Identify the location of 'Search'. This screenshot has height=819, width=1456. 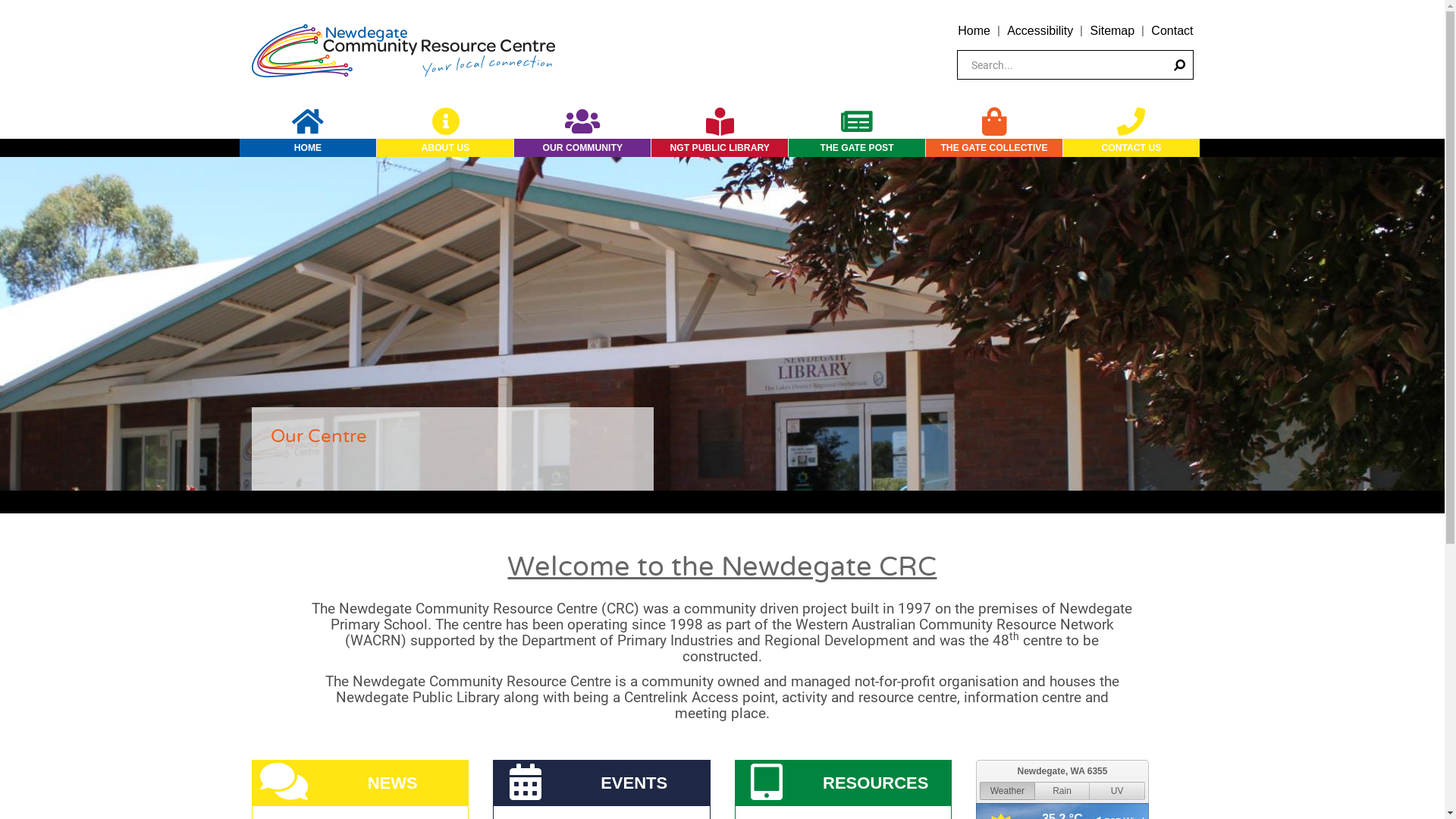
(1163, 64).